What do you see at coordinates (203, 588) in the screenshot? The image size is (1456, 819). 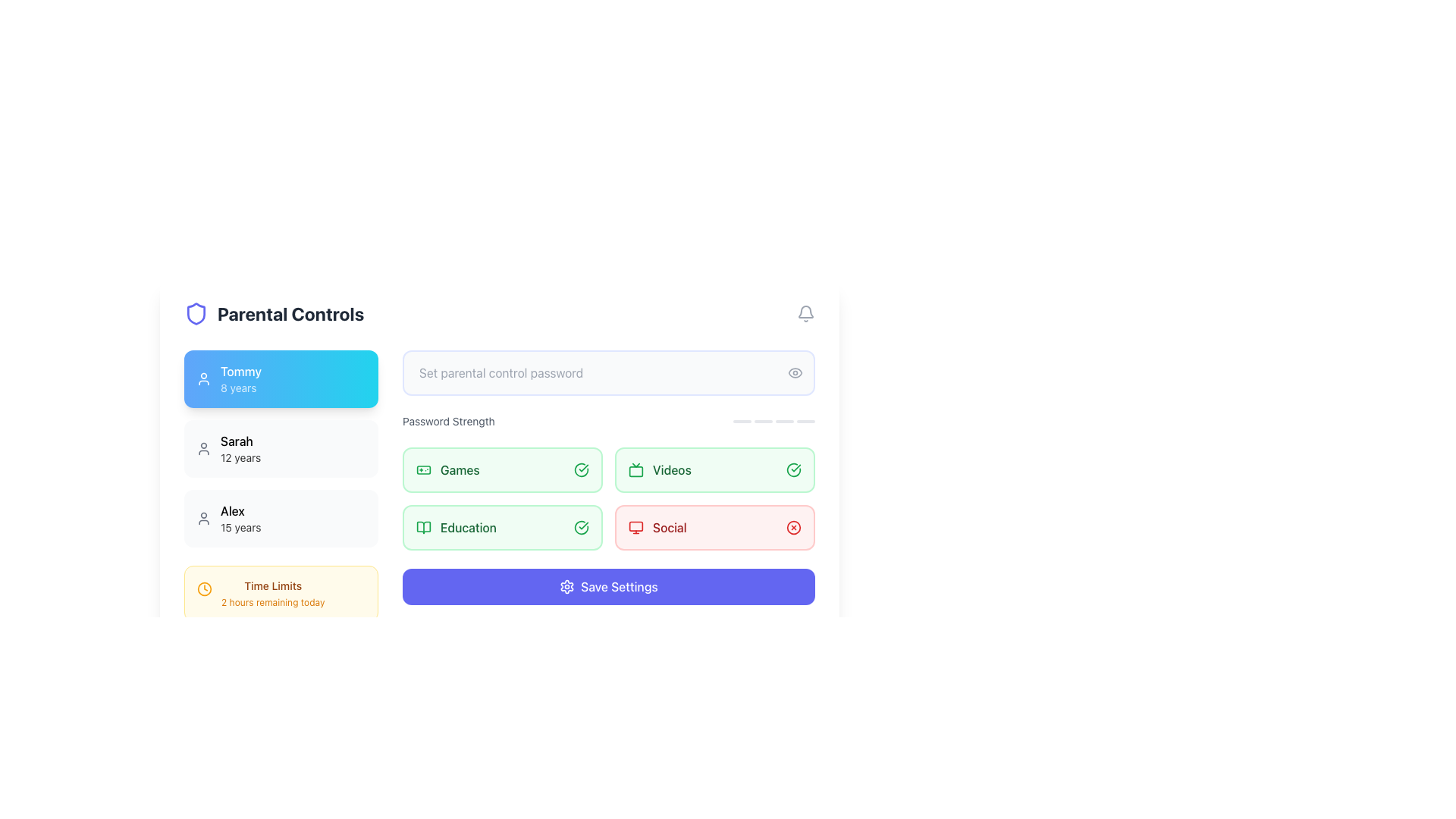 I see `the clock icon, which is a bold, orange circular outline with a clock hand, located in the left sidebar near the bottom of the yellow card labeled 'Time Limits 2 hours remaining today.'` at bounding box center [203, 588].